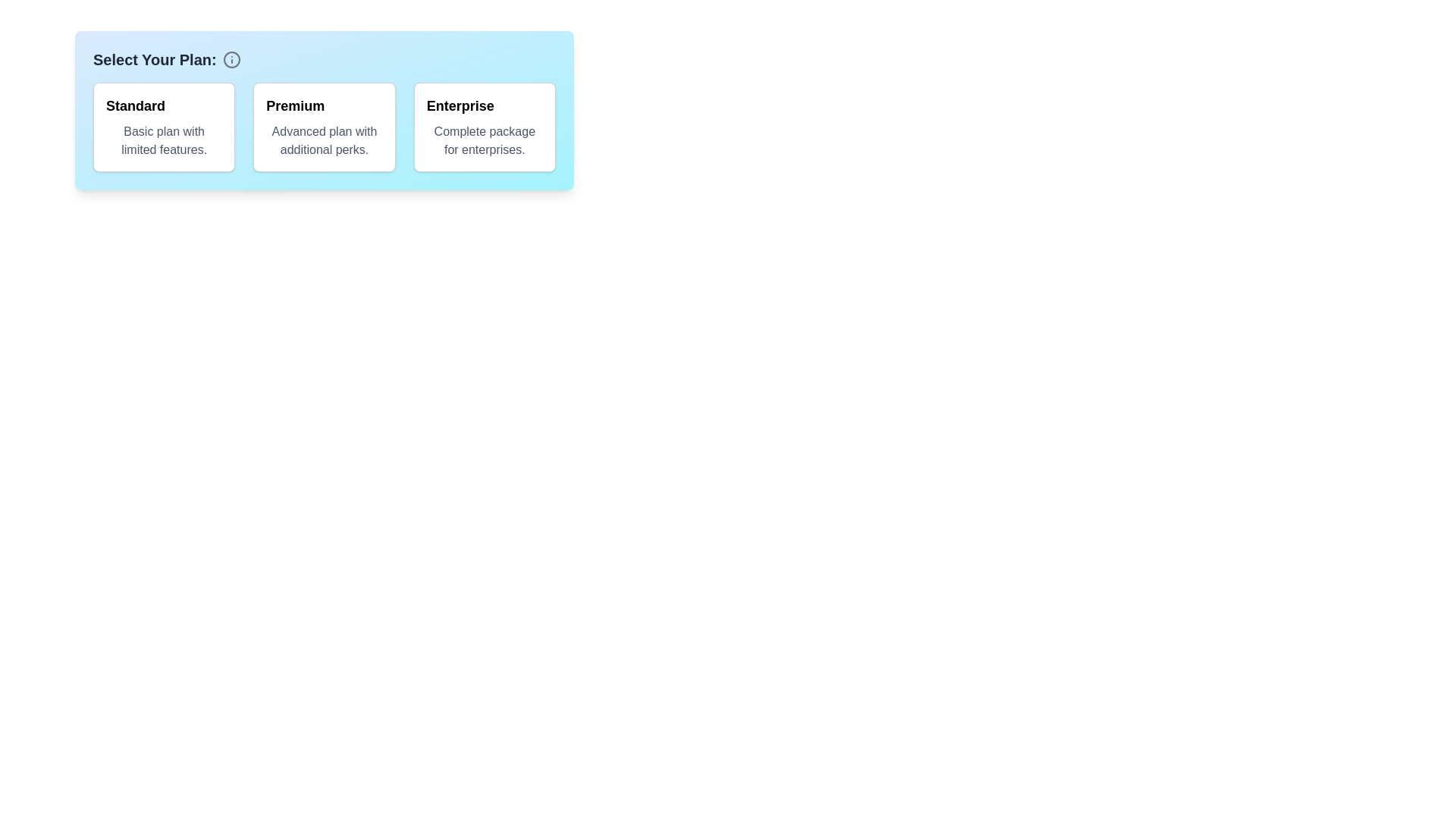 The image size is (1456, 819). I want to click on the text label that serves as the title for the 'Premium' plan card, located at the upper center of the second card, above the descriptive text block that reads 'Advanced plan with additional perks.', so click(295, 105).